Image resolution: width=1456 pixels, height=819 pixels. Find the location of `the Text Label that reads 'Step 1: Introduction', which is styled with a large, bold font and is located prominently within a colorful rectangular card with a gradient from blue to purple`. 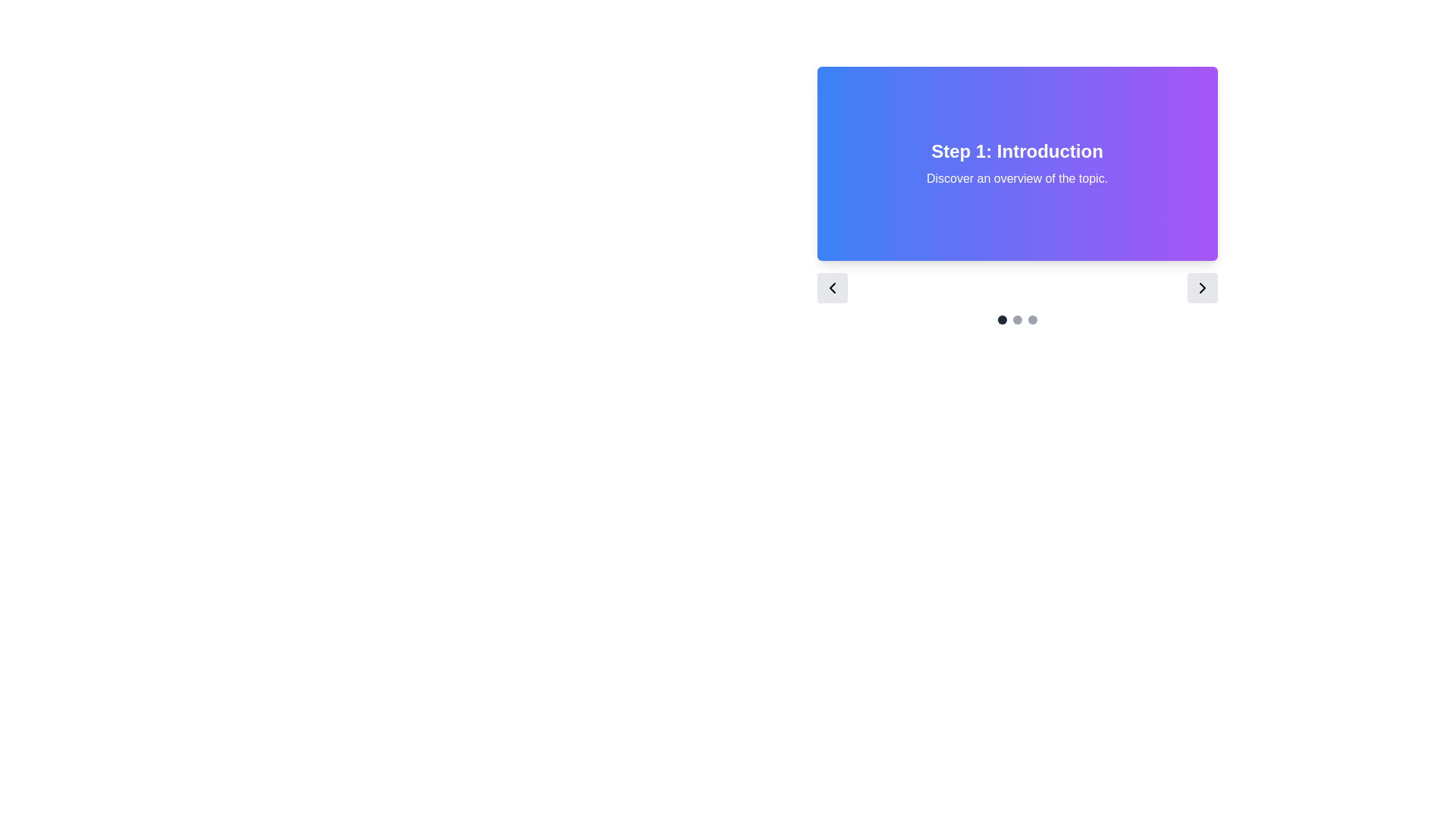

the Text Label that reads 'Step 1: Introduction', which is styled with a large, bold font and is located prominently within a colorful rectangular card with a gradient from blue to purple is located at coordinates (1017, 152).